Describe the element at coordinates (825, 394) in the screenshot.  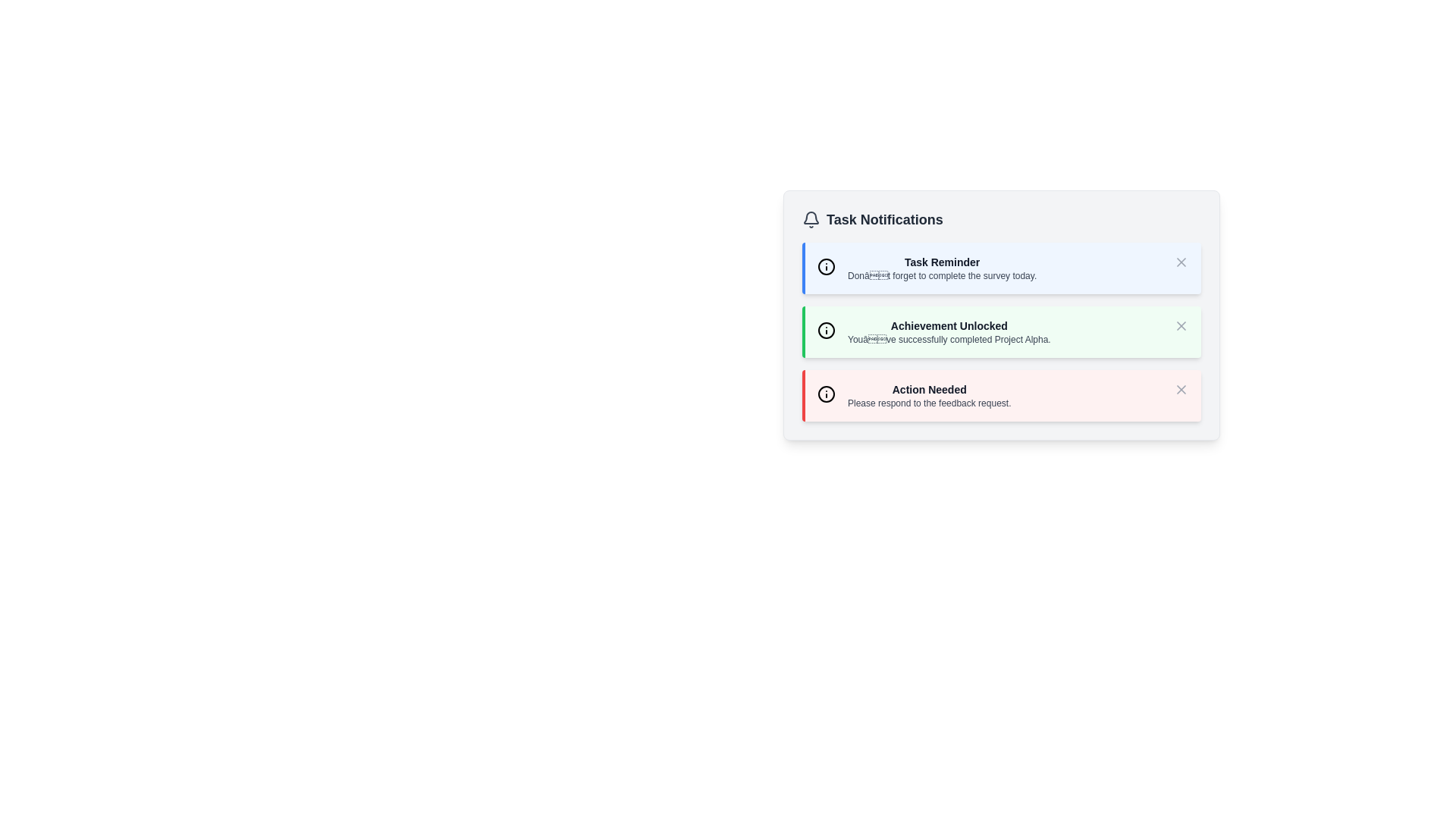
I see `the informational icon located in the 'Action Needed' notification box, positioned to the left of the text content` at that location.